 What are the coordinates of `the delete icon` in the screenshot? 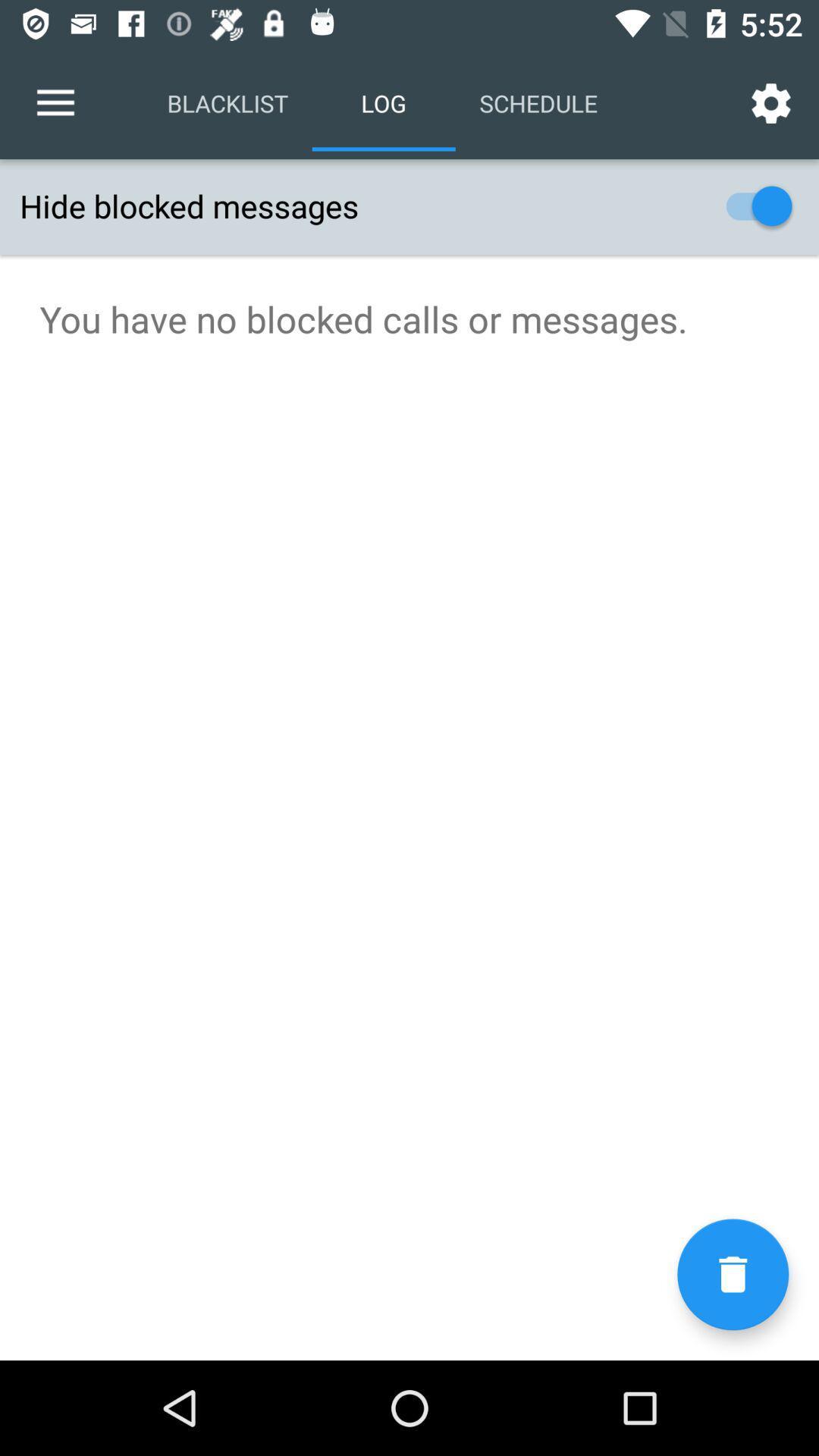 It's located at (732, 1274).